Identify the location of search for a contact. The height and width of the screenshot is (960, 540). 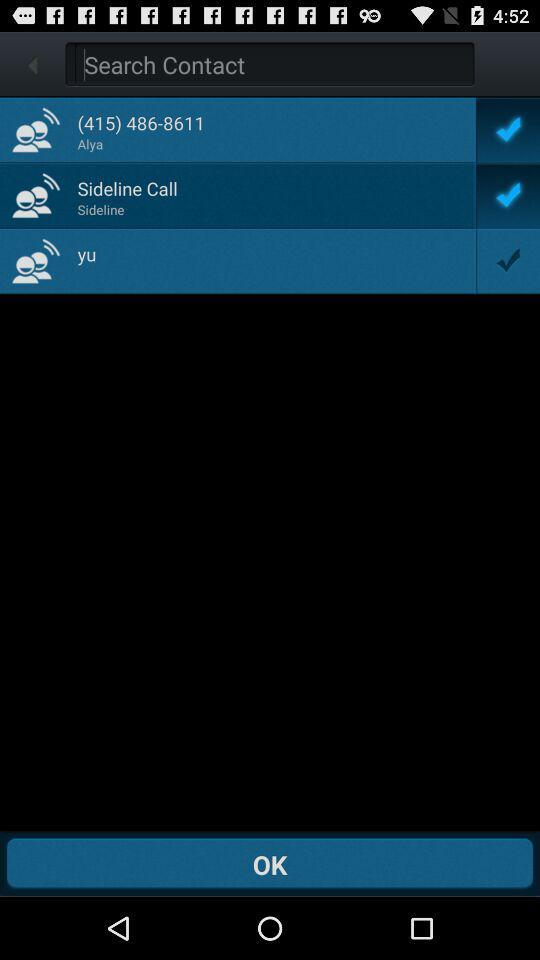
(273, 64).